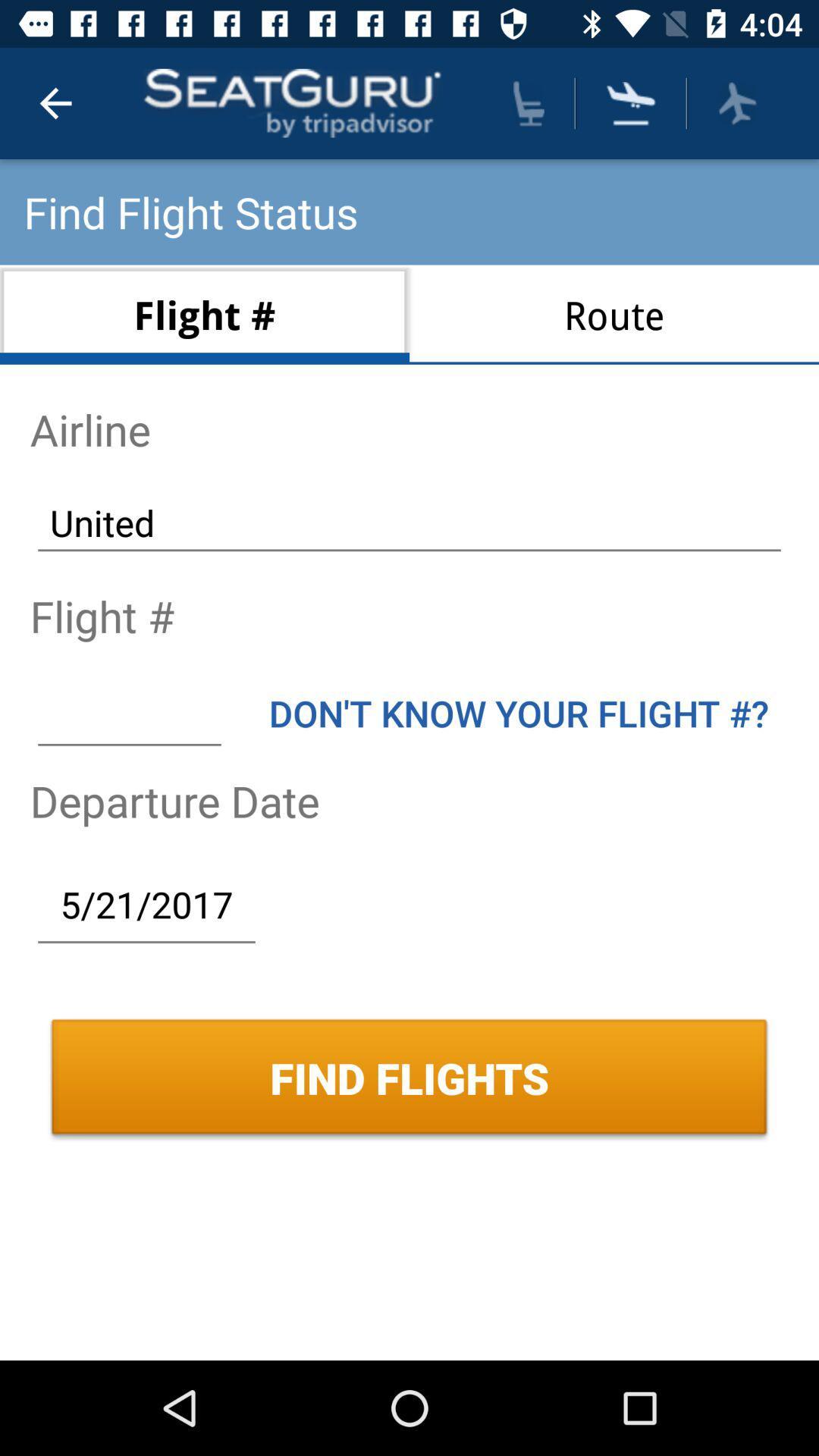 This screenshot has width=819, height=1456. I want to click on the item below flight #, so click(128, 712).